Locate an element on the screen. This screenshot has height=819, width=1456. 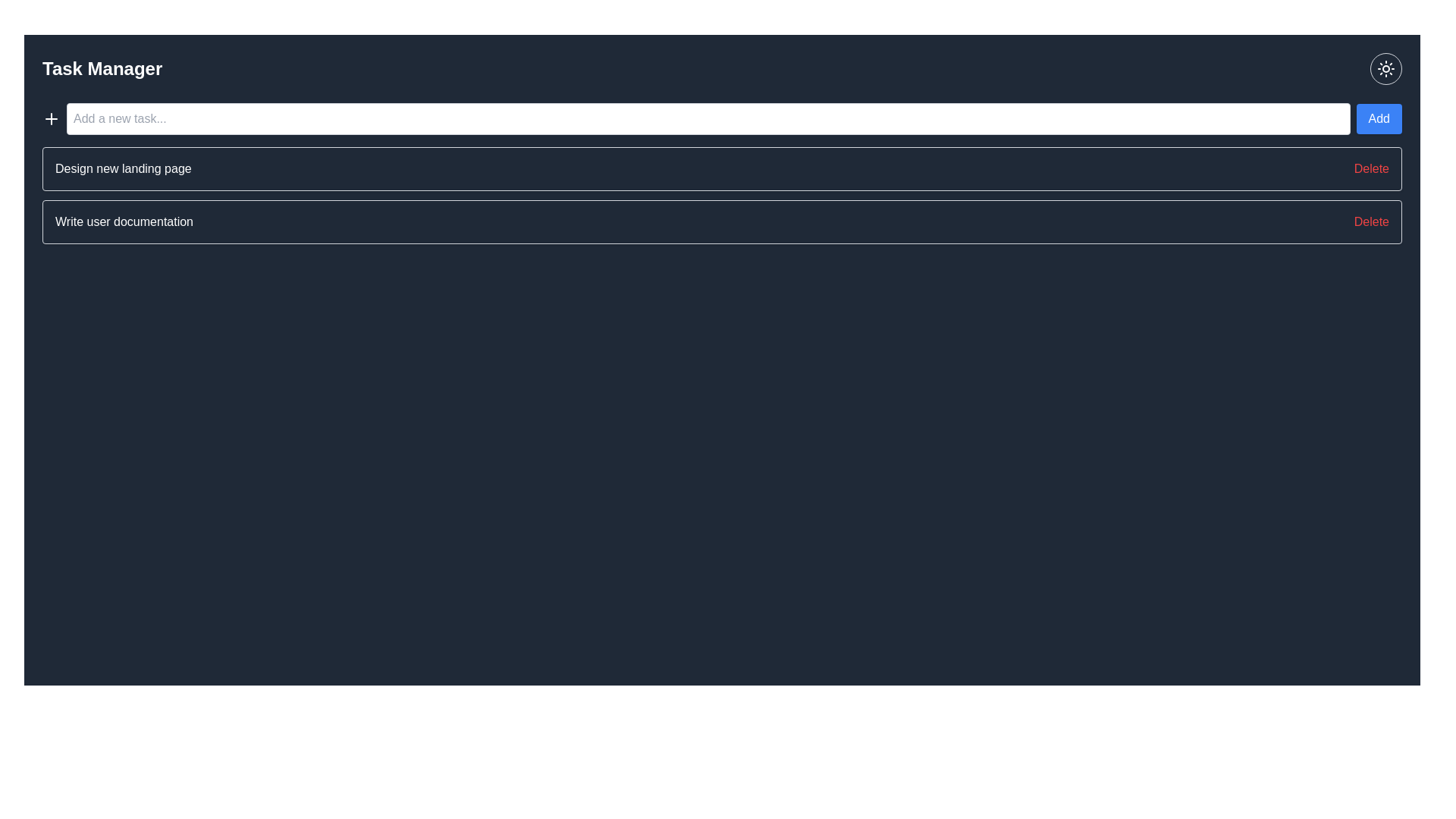
the delete button located on the right side of the task labeled 'Design new landing page' is located at coordinates (1371, 169).